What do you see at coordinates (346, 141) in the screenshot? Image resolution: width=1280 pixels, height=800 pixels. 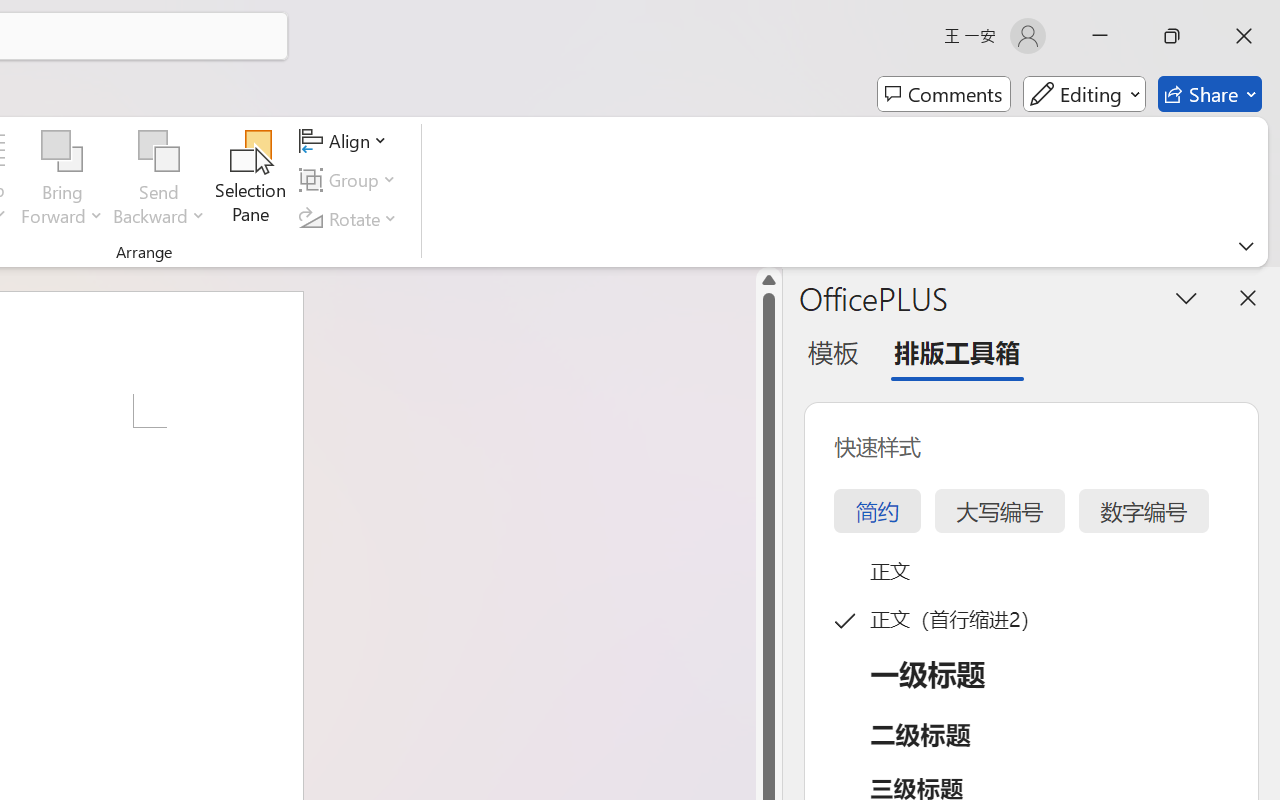 I see `'Align'` at bounding box center [346, 141].